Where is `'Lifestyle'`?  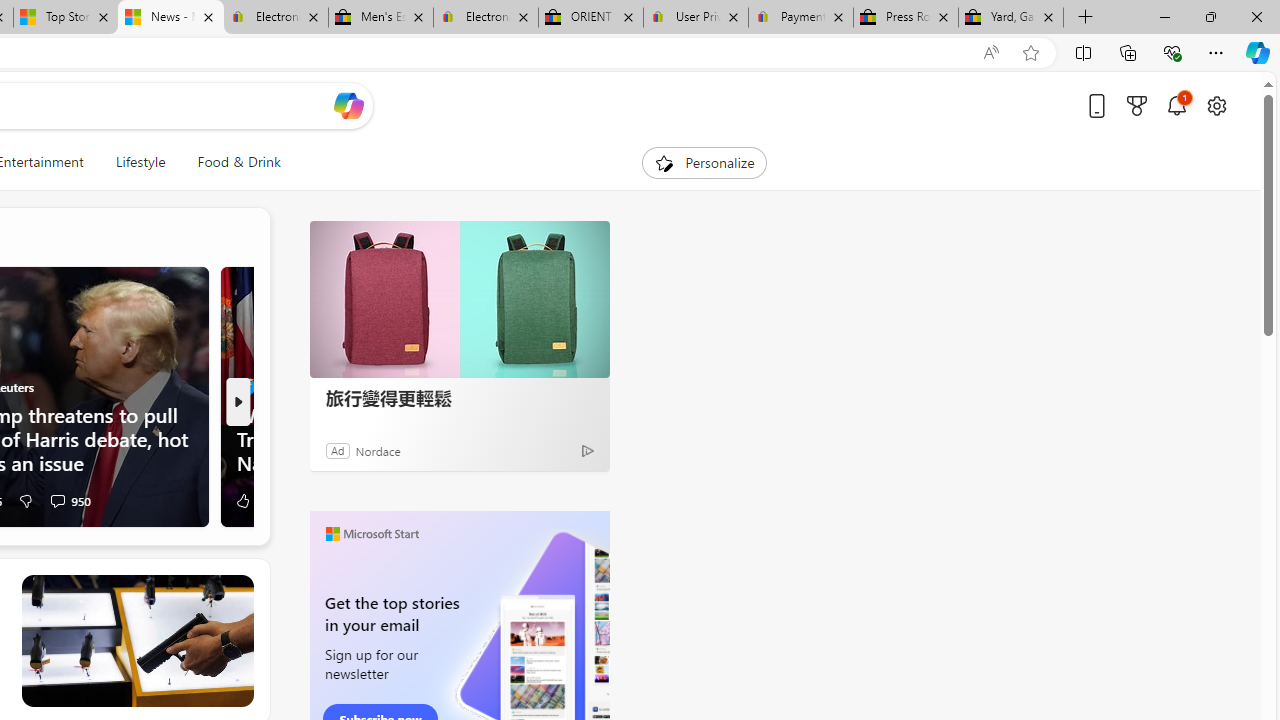
'Lifestyle' is located at coordinates (139, 162).